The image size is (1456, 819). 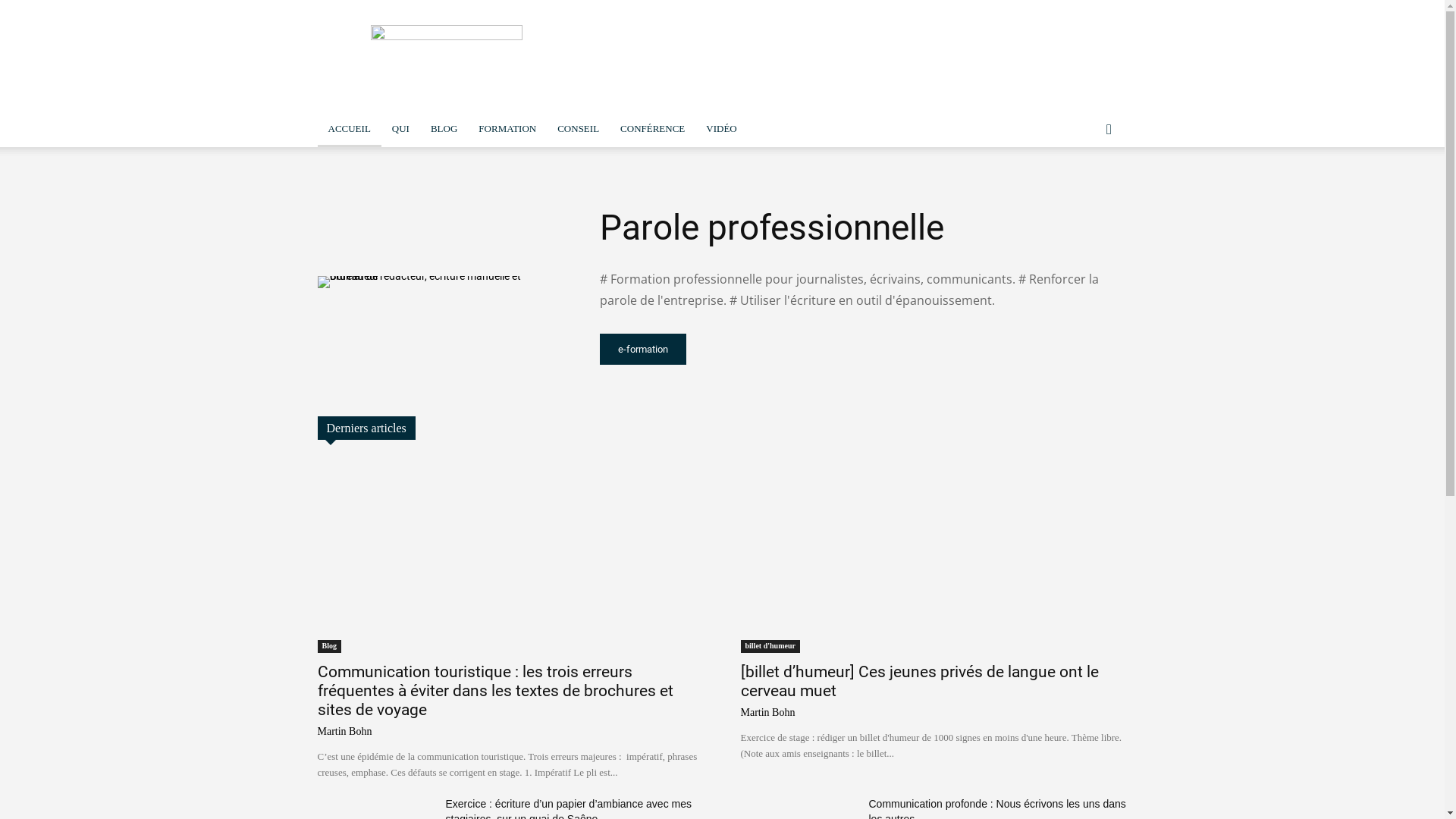 I want to click on 'QUI', so click(x=400, y=127).